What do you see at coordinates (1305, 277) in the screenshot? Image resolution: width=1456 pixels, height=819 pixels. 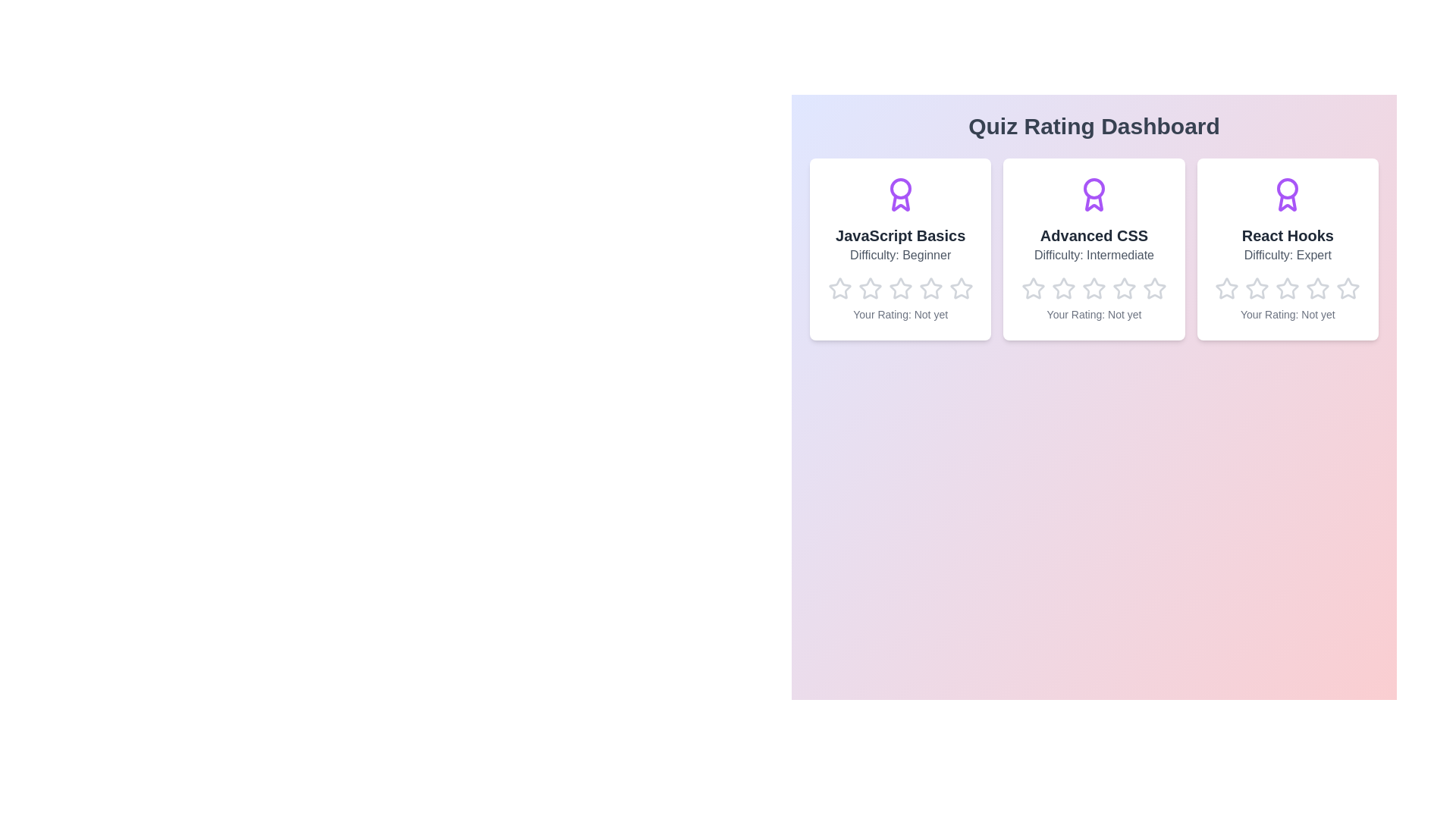 I see `the star corresponding to the rating 4 for the quiz React Hooks` at bounding box center [1305, 277].